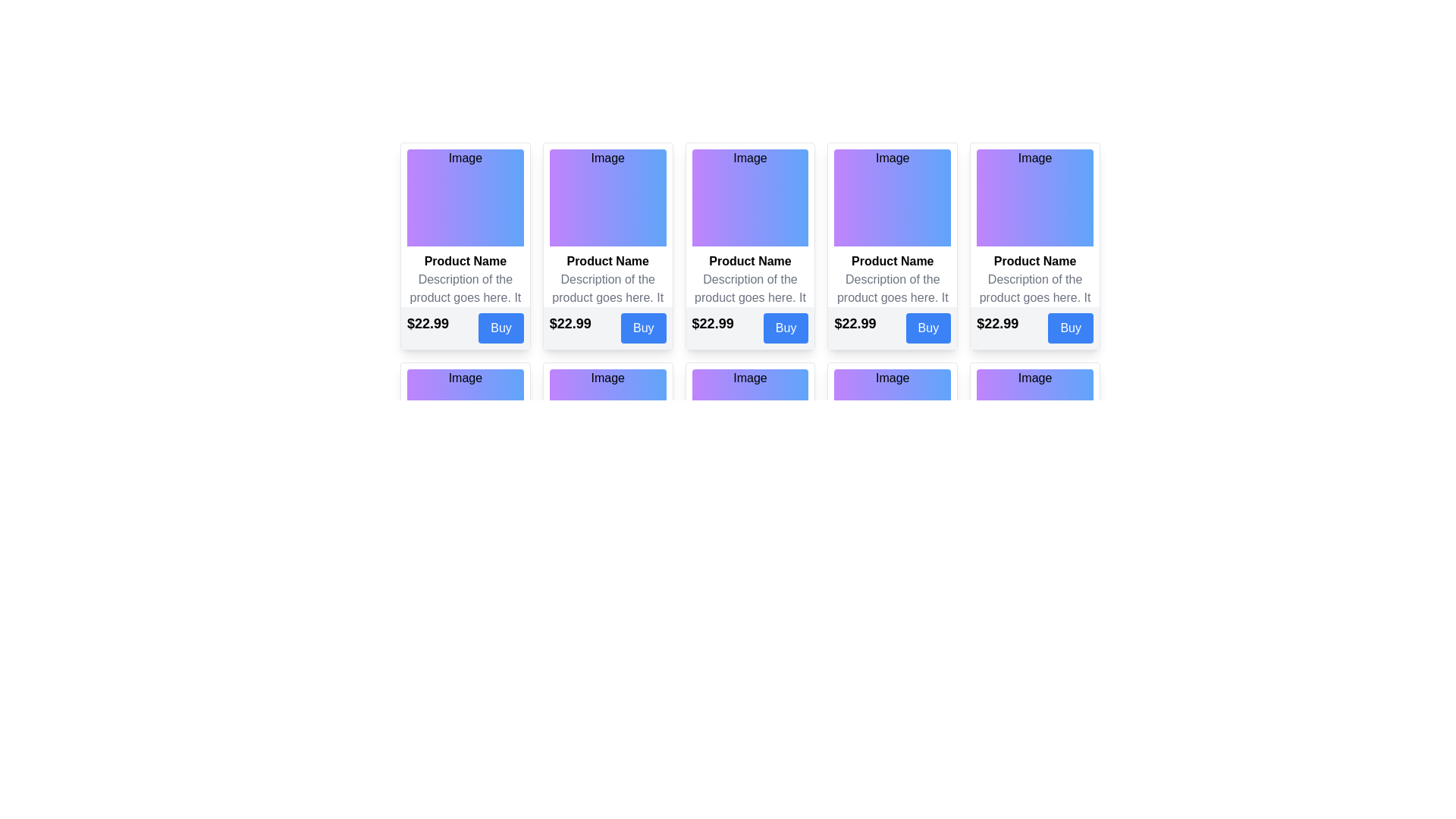 The image size is (1456, 819). I want to click on product name and description from the product card component, which is the third element in a grid layout displaying product details, so click(750, 245).